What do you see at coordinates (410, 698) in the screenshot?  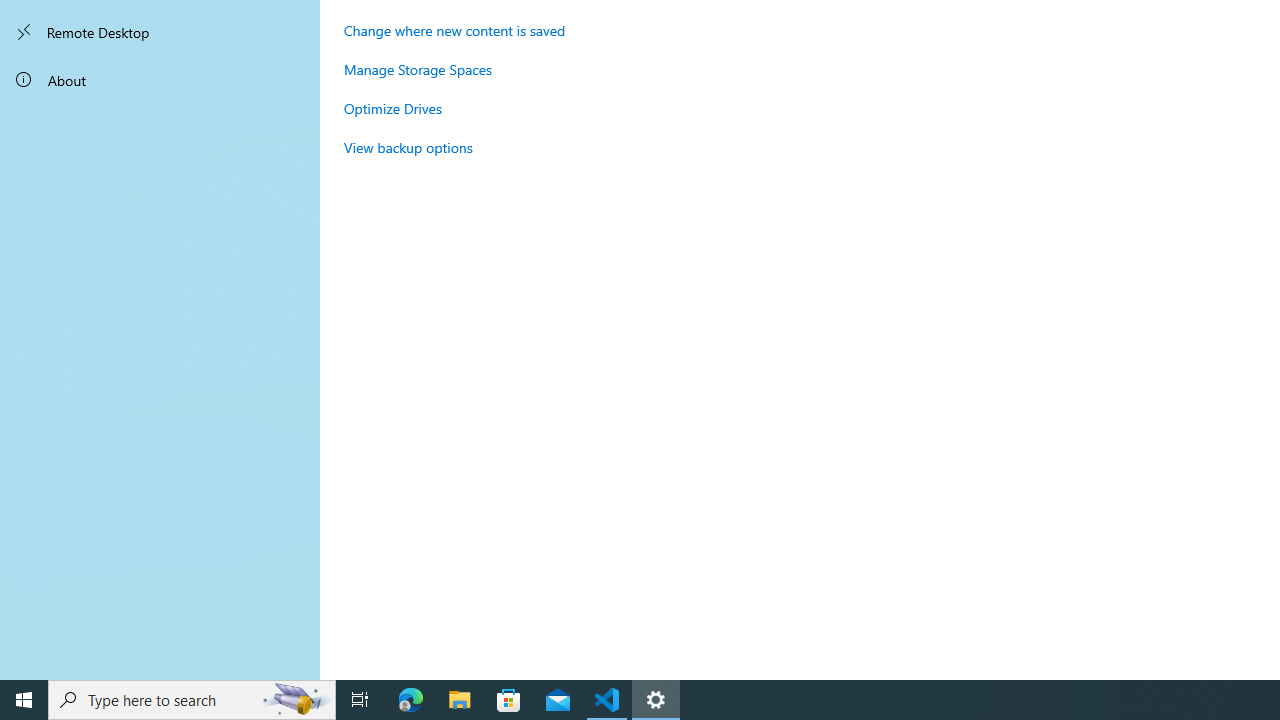 I see `'Microsoft Edge'` at bounding box center [410, 698].